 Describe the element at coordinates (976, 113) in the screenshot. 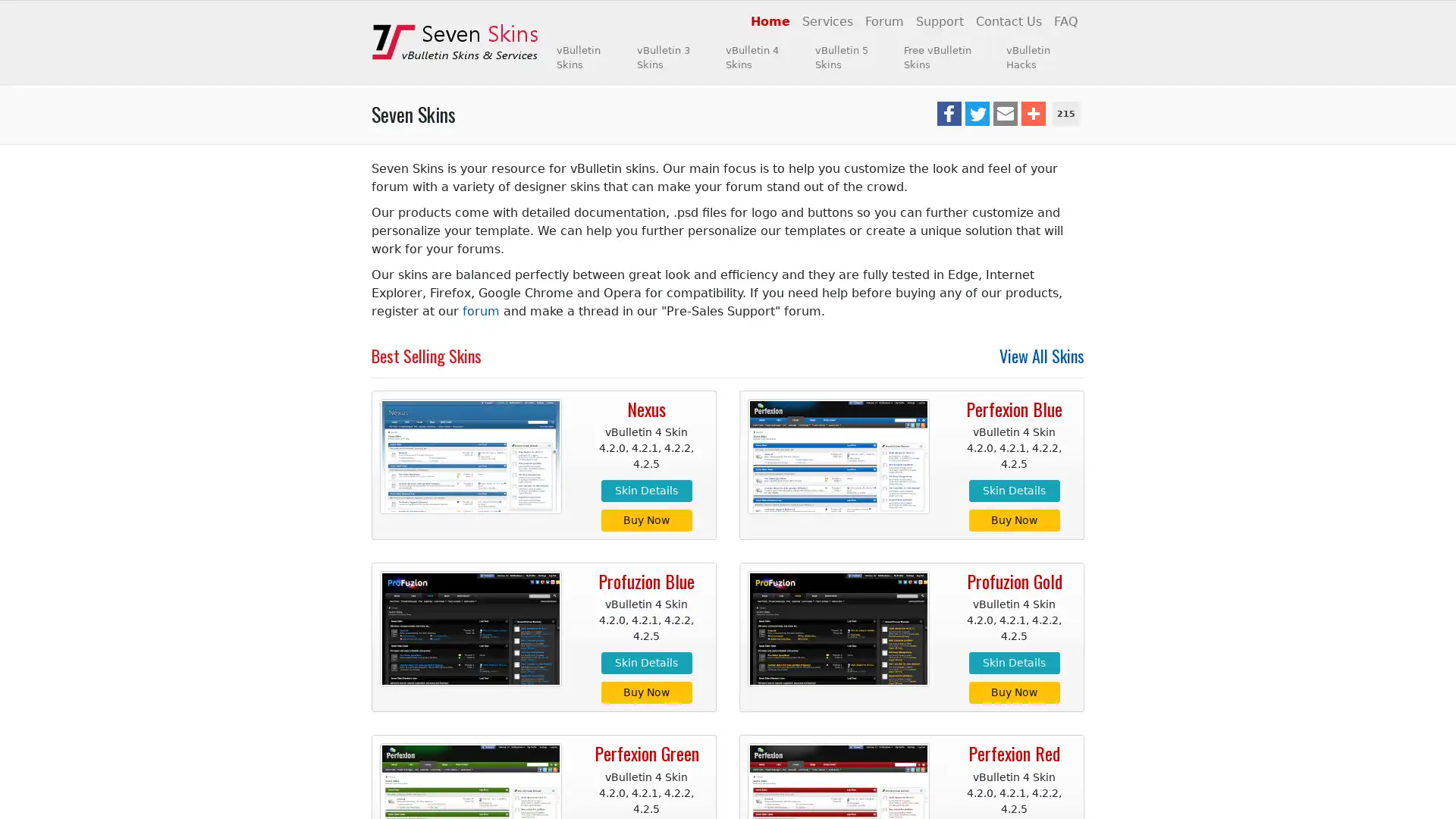

I see `Share to Twitter` at that location.